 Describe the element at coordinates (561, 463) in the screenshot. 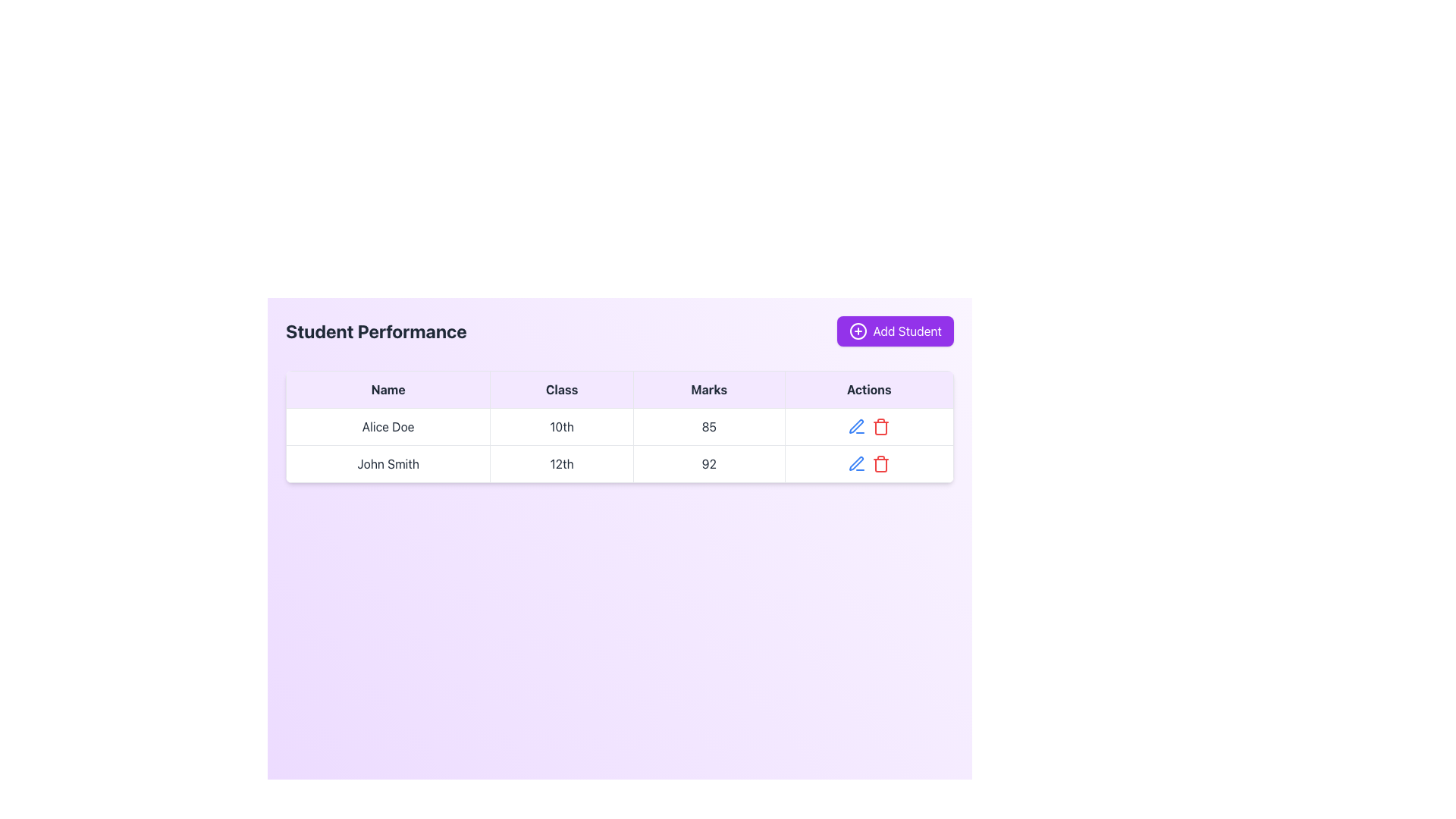

I see `the text cell containing '12th'` at that location.